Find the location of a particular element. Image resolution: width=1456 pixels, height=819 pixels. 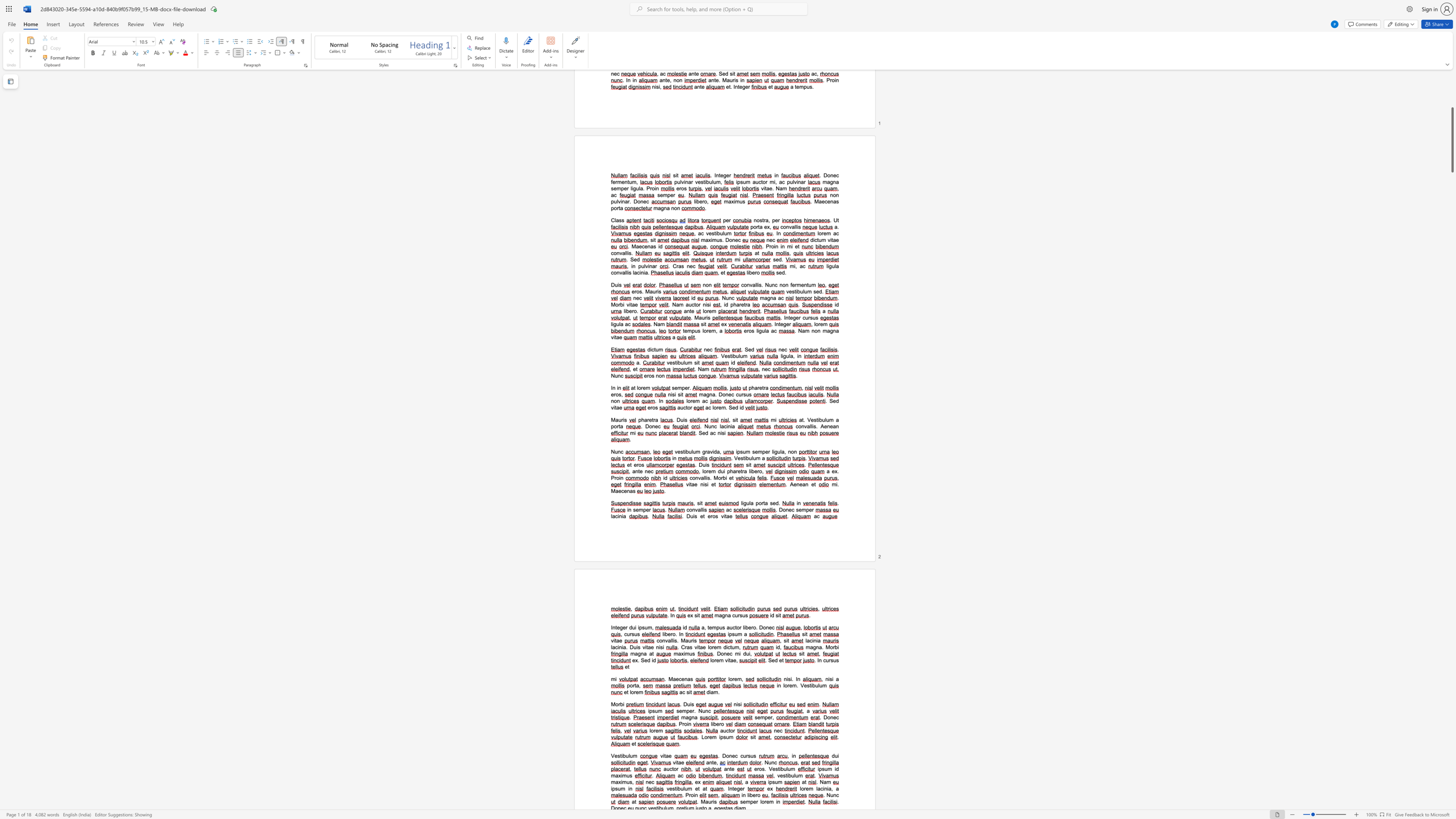

the space between the continuous character "i" and "s" in the text is located at coordinates (704, 510).